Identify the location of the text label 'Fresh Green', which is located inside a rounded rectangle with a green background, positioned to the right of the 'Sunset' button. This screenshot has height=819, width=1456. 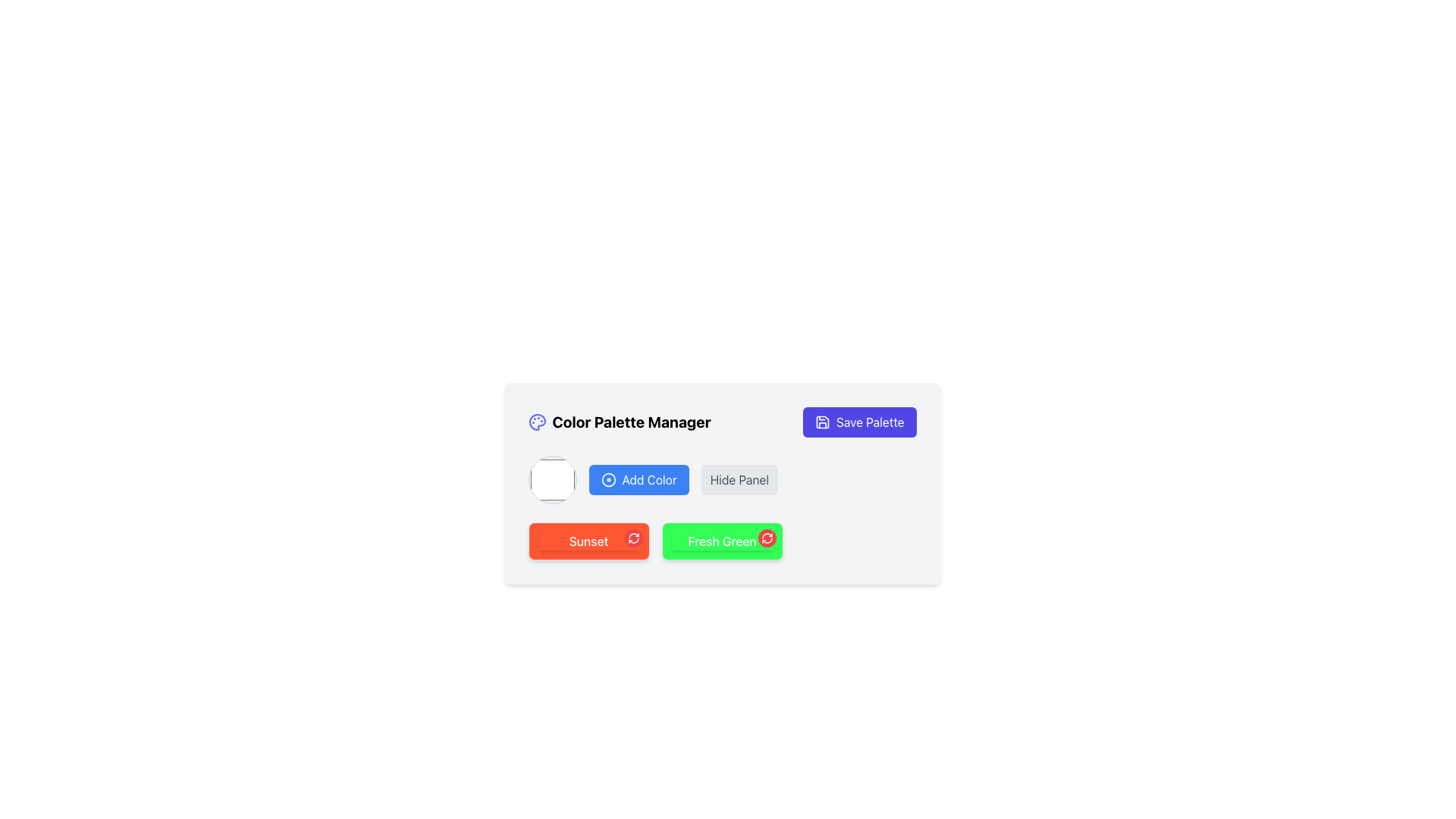
(721, 540).